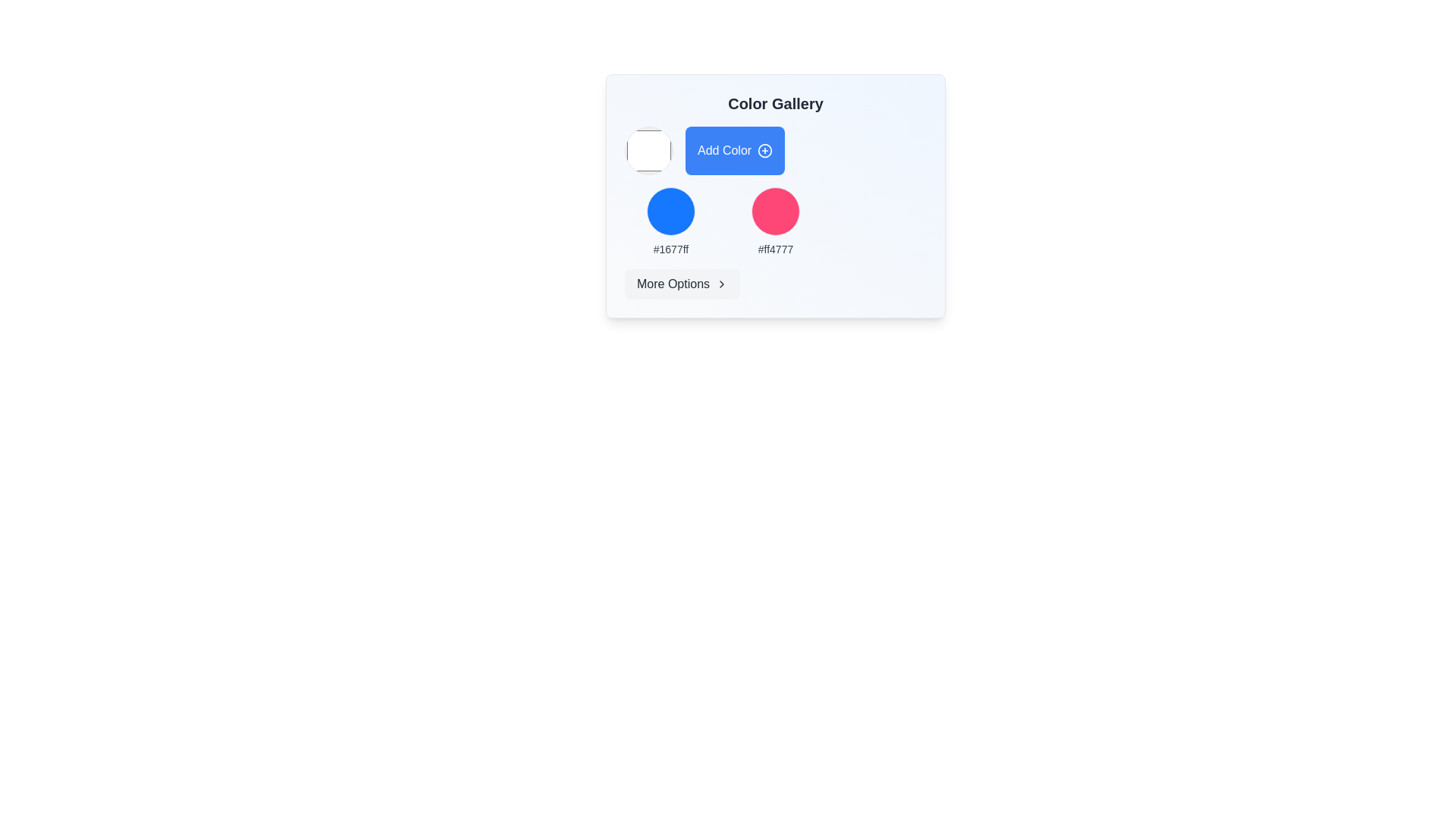 This screenshot has width=1456, height=819. What do you see at coordinates (735, 151) in the screenshot?
I see `the 'Add Color' button, which is a rectangular button with rounded corners, blue background, white text, and a plus icon on the right side, to observe its hover effect` at bounding box center [735, 151].